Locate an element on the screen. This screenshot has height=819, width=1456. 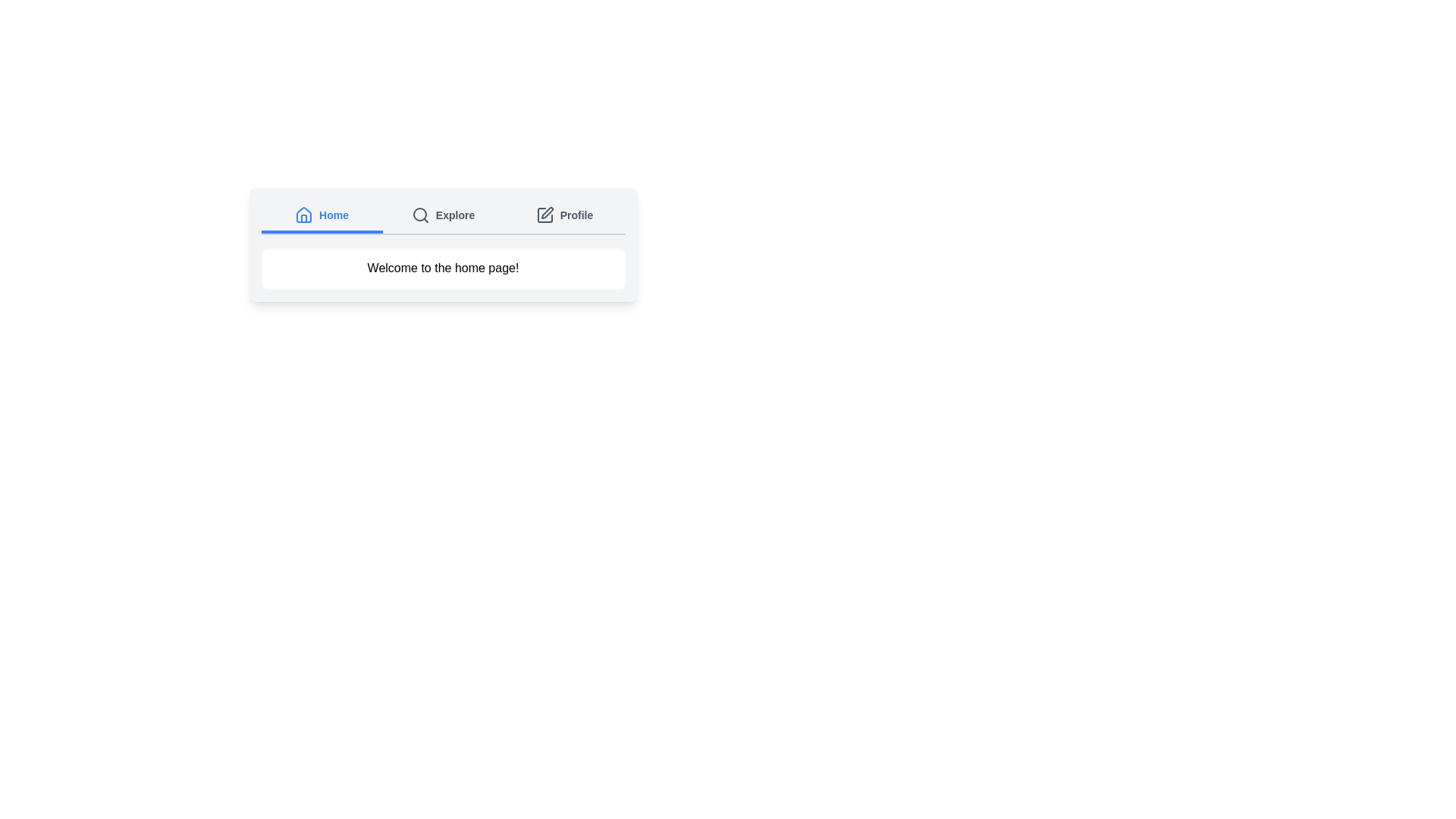
the tab icon corresponding to Explore is located at coordinates (420, 215).